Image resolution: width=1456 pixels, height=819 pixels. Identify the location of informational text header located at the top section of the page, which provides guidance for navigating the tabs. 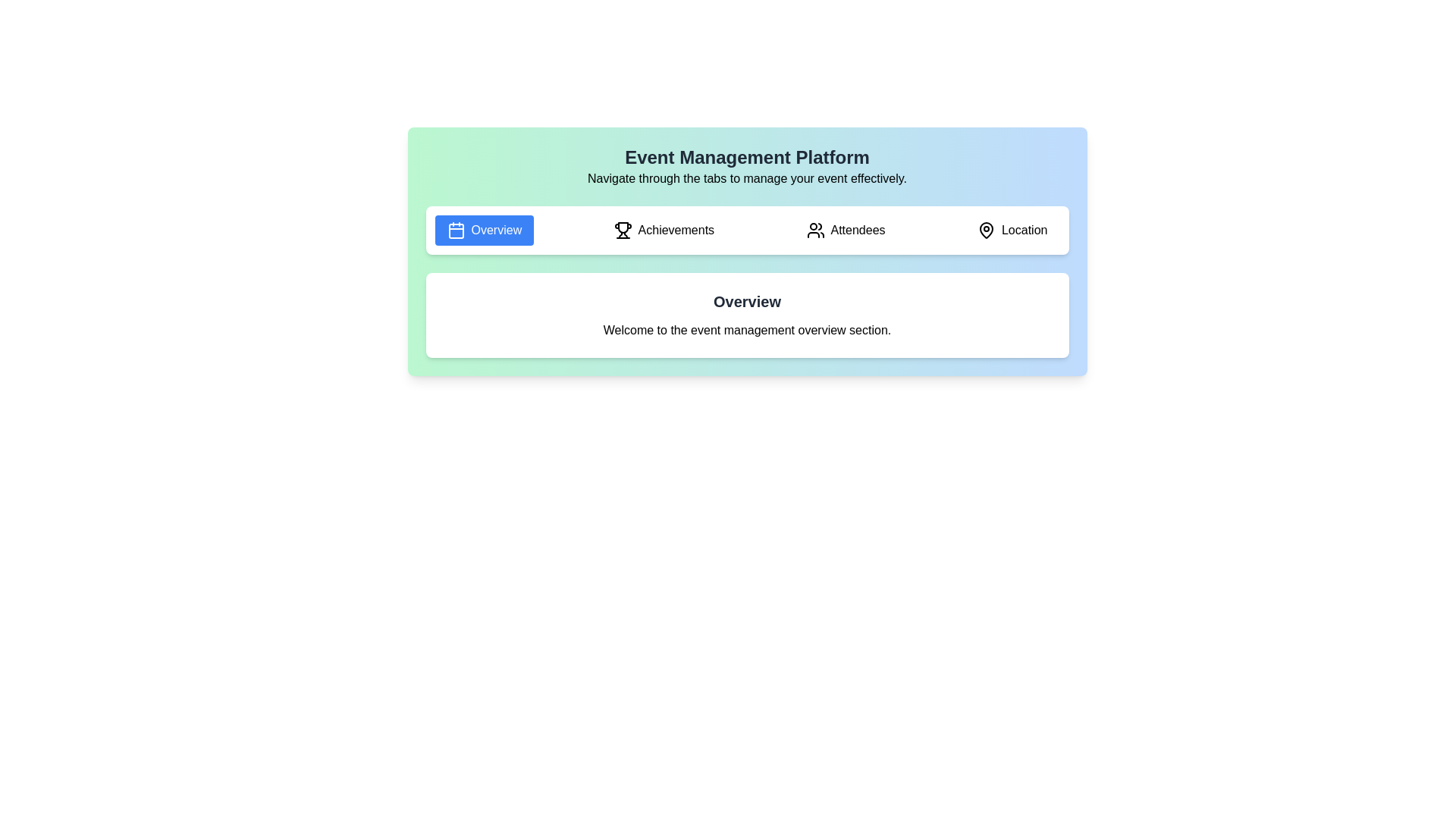
(747, 166).